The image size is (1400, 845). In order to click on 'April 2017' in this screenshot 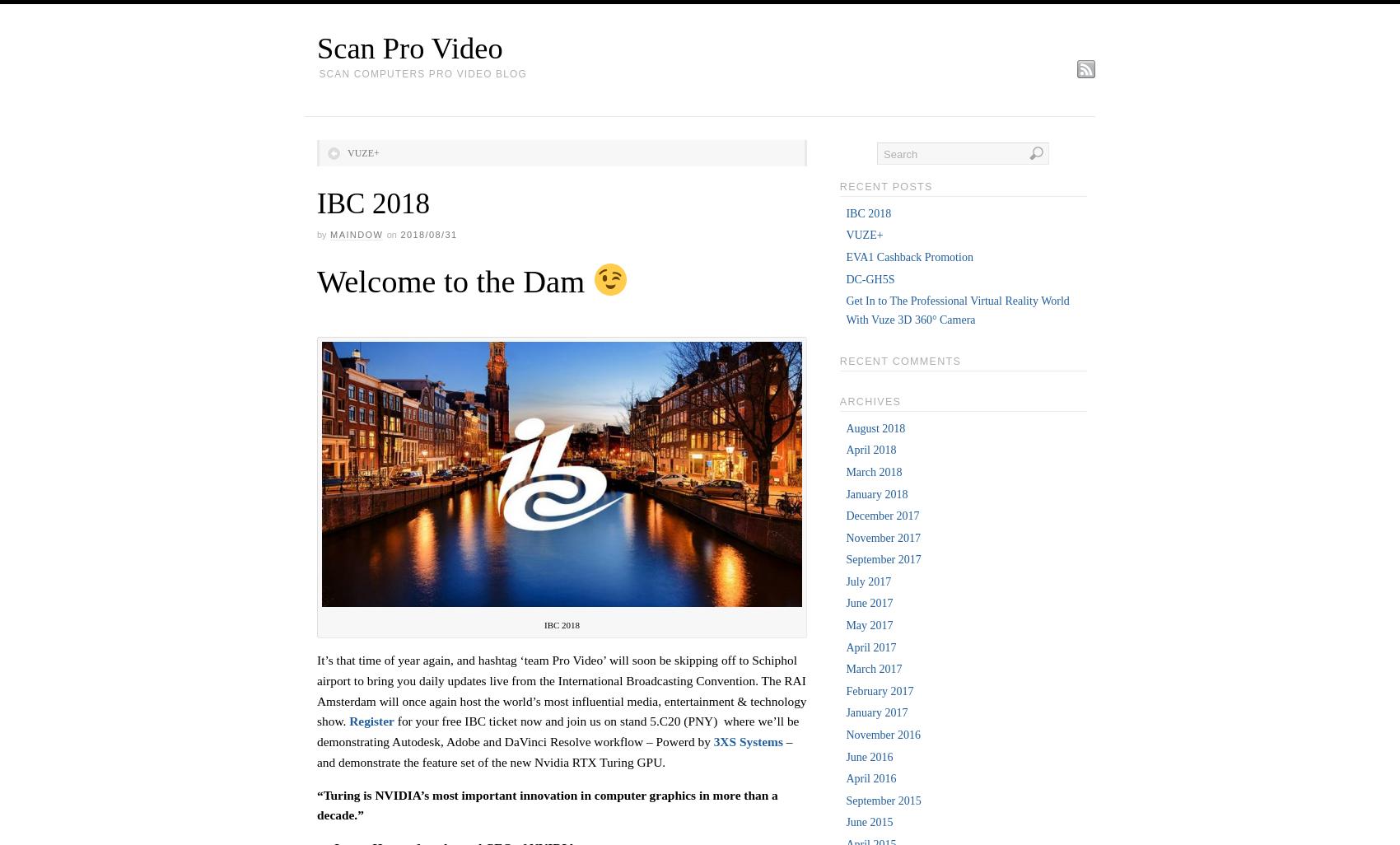, I will do `click(844, 646)`.